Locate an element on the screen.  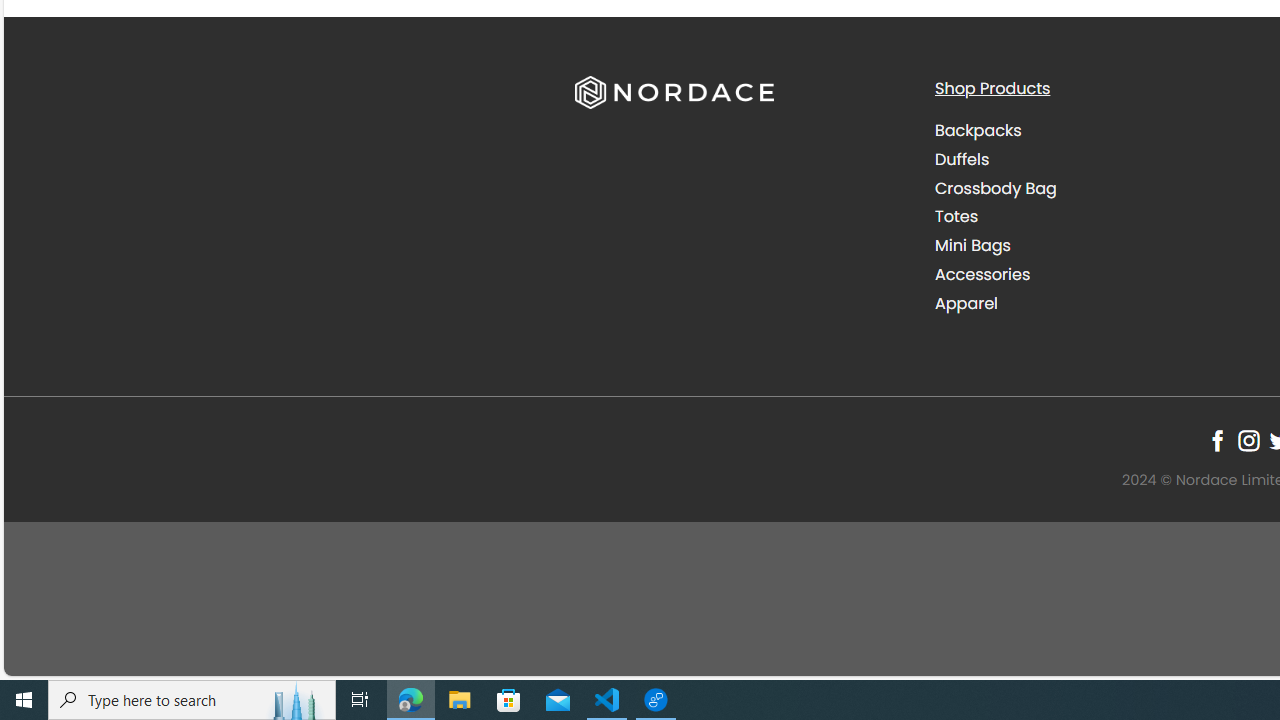
'Follow on Instagram' is located at coordinates (1247, 440).